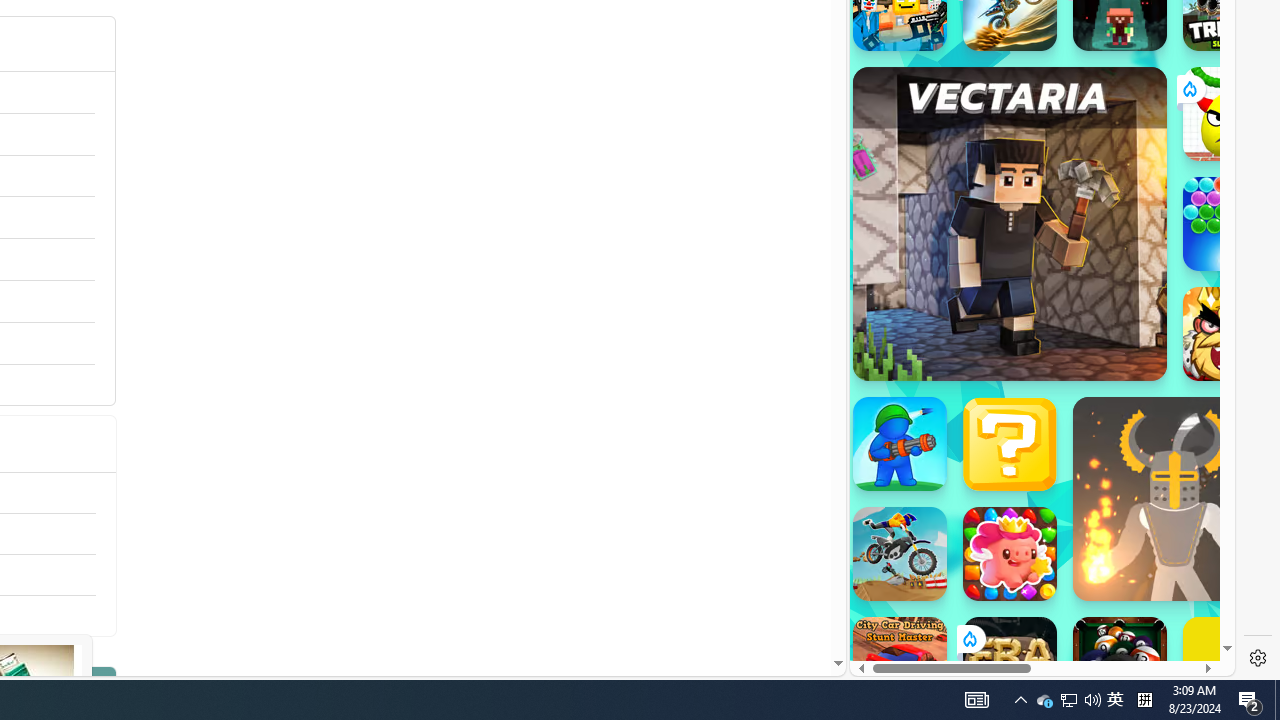 The width and height of the screenshot is (1280, 720). I want to click on 'Class: rCs5cyEiqiTpYvt_VBCR', so click(968, 639).